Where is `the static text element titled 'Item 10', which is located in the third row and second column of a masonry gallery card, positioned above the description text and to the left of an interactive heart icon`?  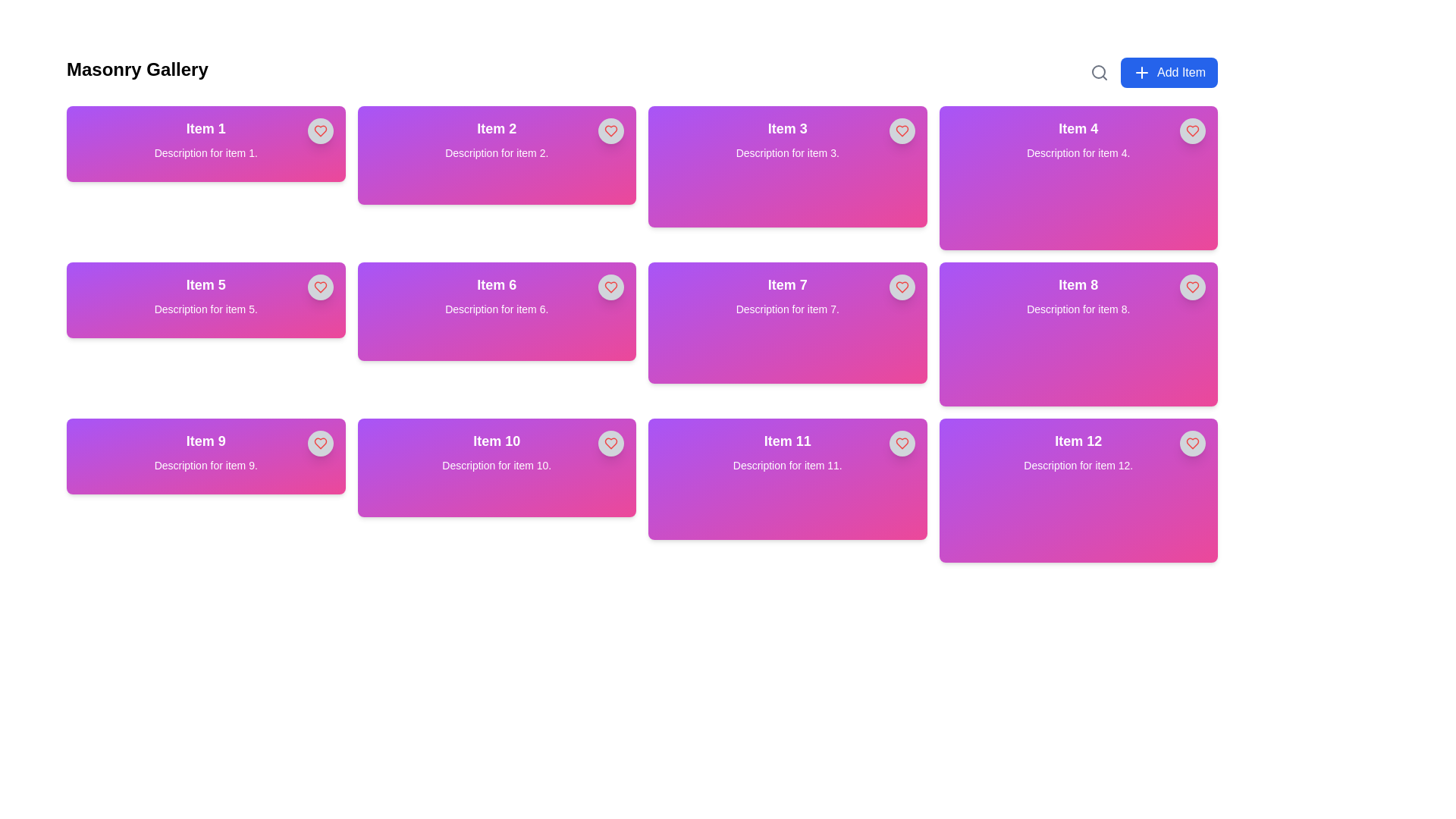 the static text element titled 'Item 10', which is located in the third row and second column of a masonry gallery card, positioned above the description text and to the left of an interactive heart icon is located at coordinates (497, 441).